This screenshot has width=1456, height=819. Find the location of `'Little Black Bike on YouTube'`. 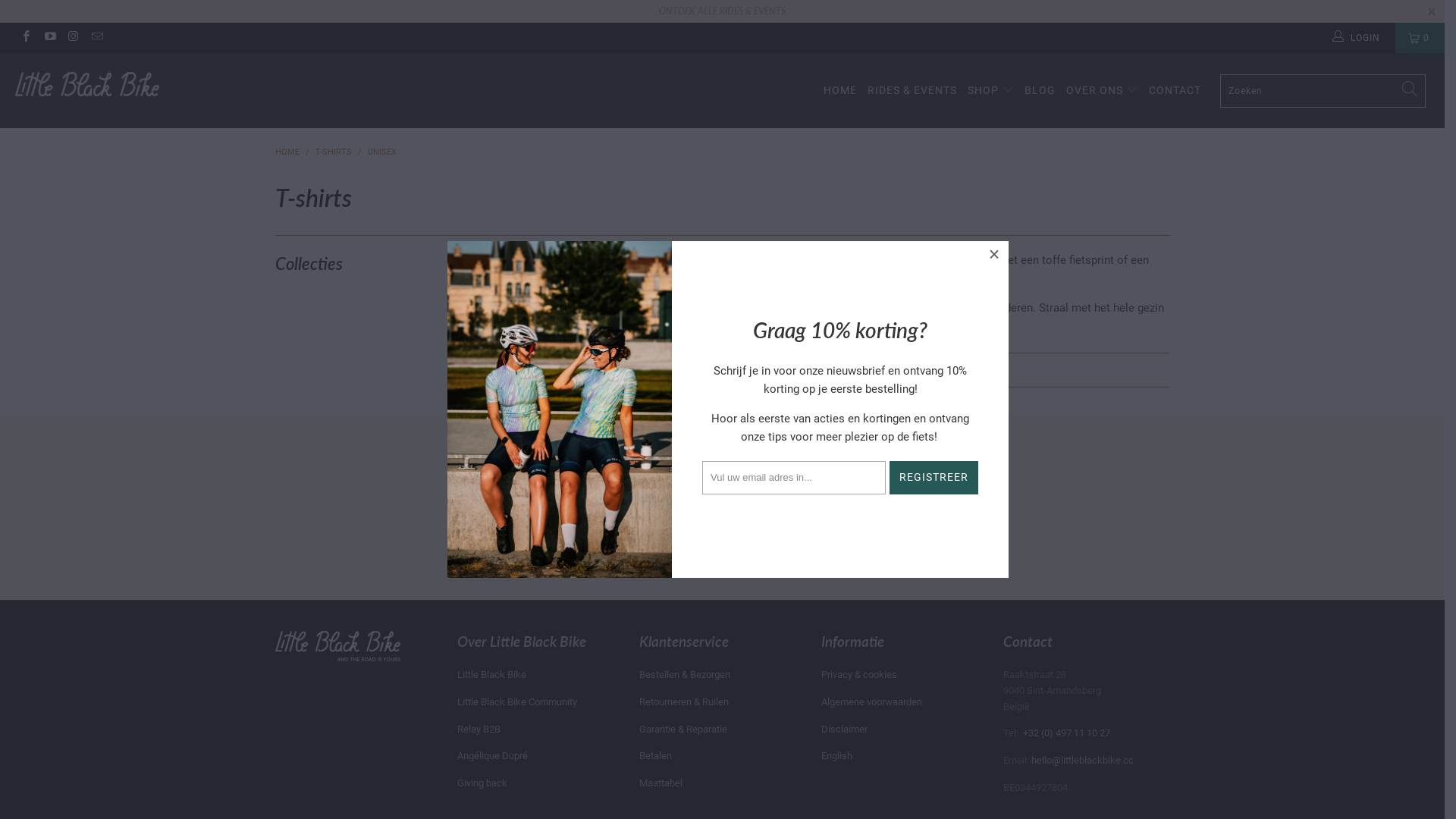

'Little Black Bike on YouTube' is located at coordinates (49, 37).